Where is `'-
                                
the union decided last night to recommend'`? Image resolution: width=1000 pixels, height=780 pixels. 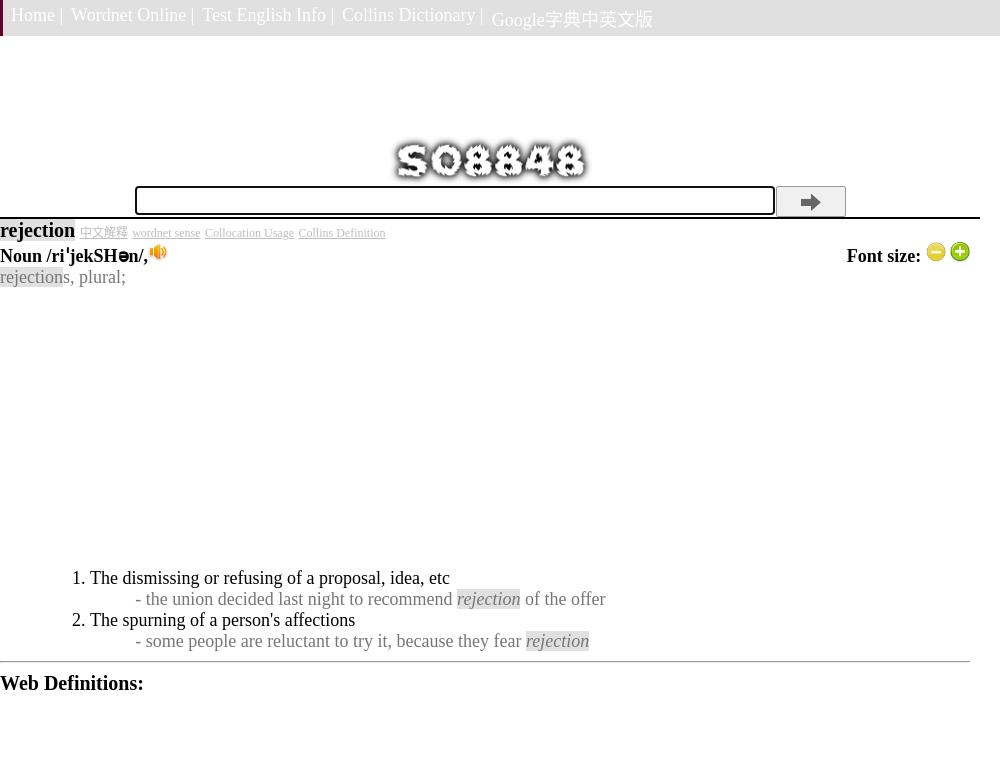 '-
                                
the union decided last night to recommend' is located at coordinates (296, 598).